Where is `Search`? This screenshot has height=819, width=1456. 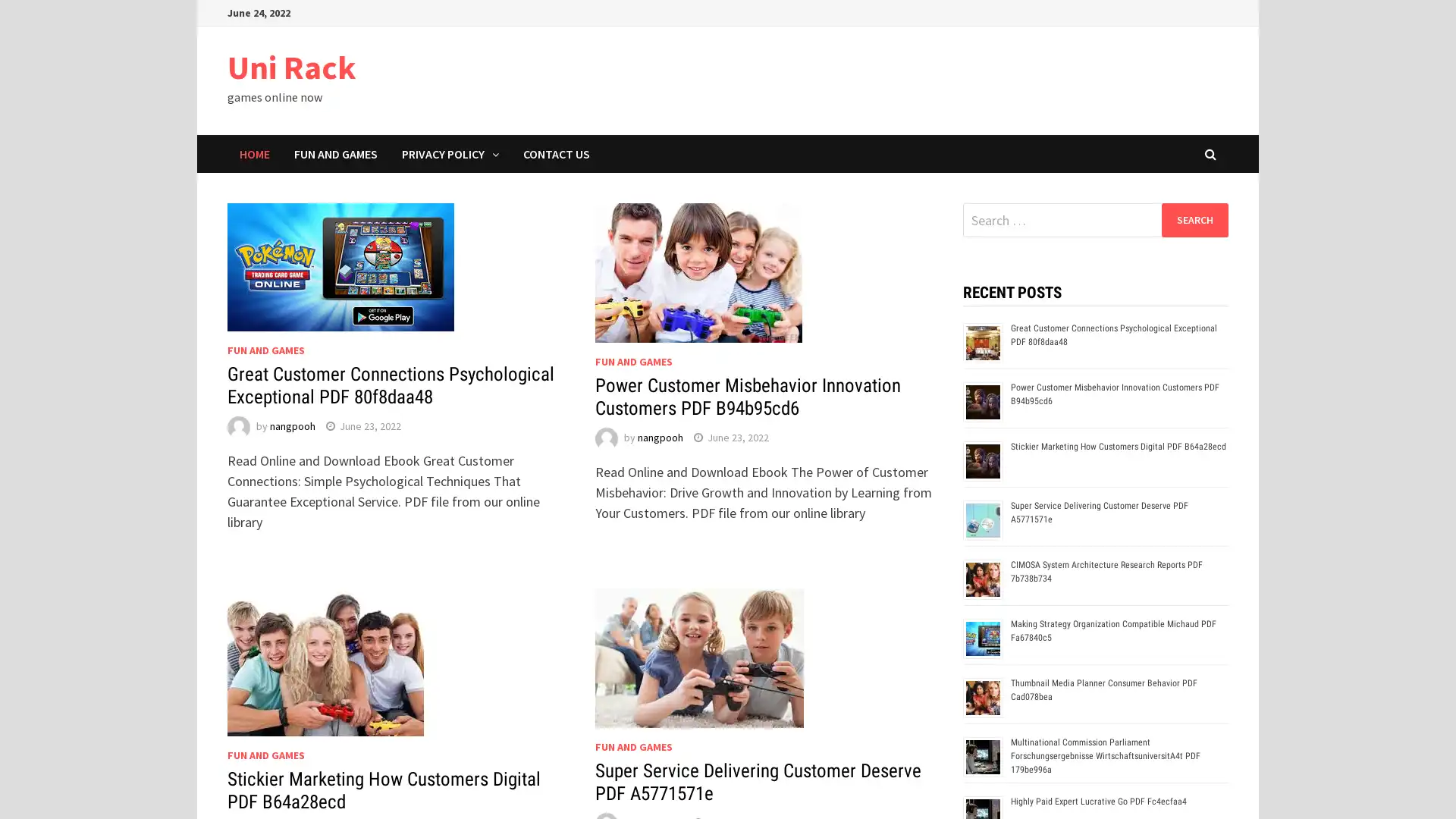
Search is located at coordinates (1194, 219).